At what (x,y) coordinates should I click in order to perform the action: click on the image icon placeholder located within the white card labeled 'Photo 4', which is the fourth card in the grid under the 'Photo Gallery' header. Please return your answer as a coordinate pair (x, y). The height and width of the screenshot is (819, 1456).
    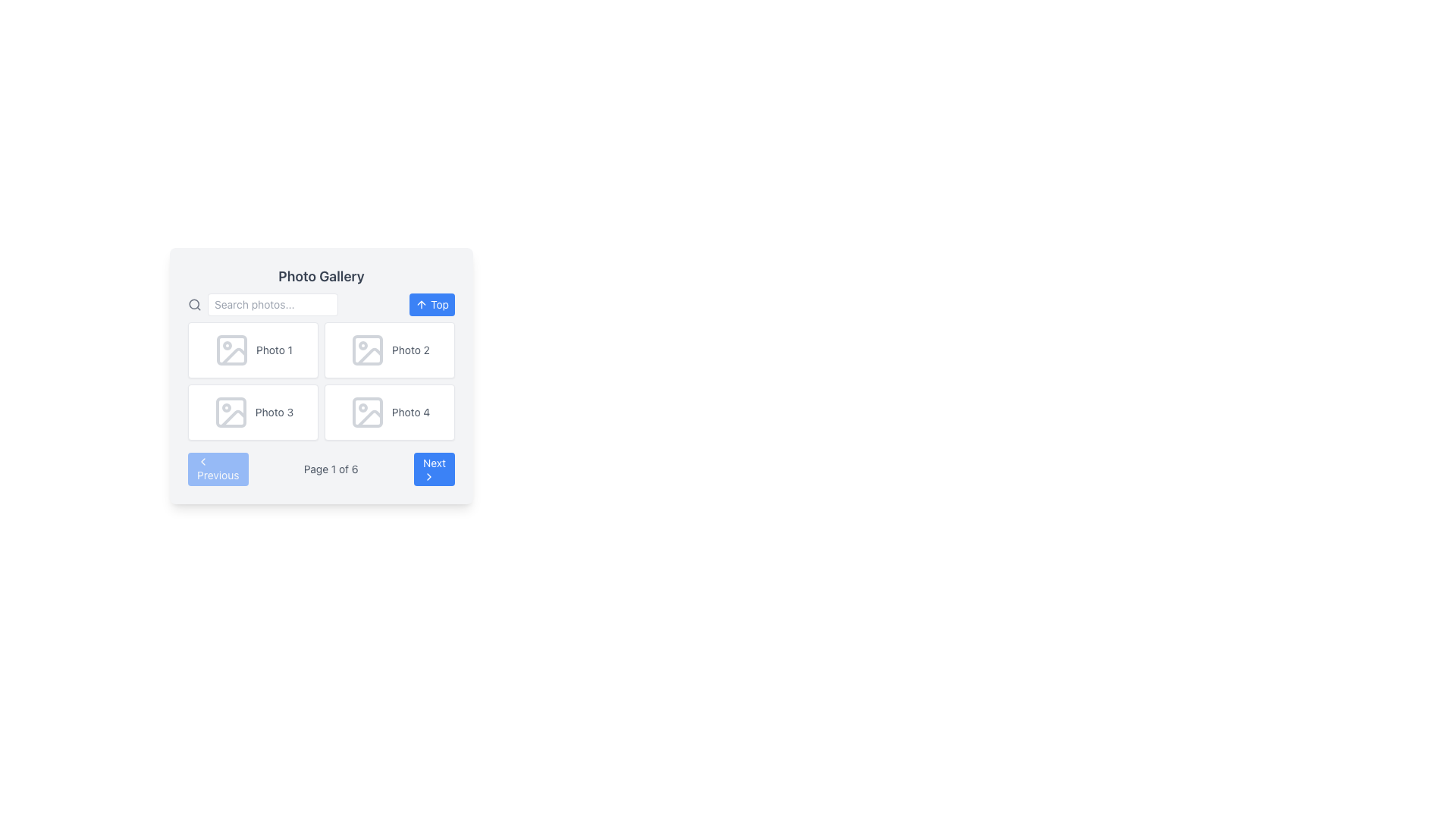
    Looking at the image, I should click on (367, 412).